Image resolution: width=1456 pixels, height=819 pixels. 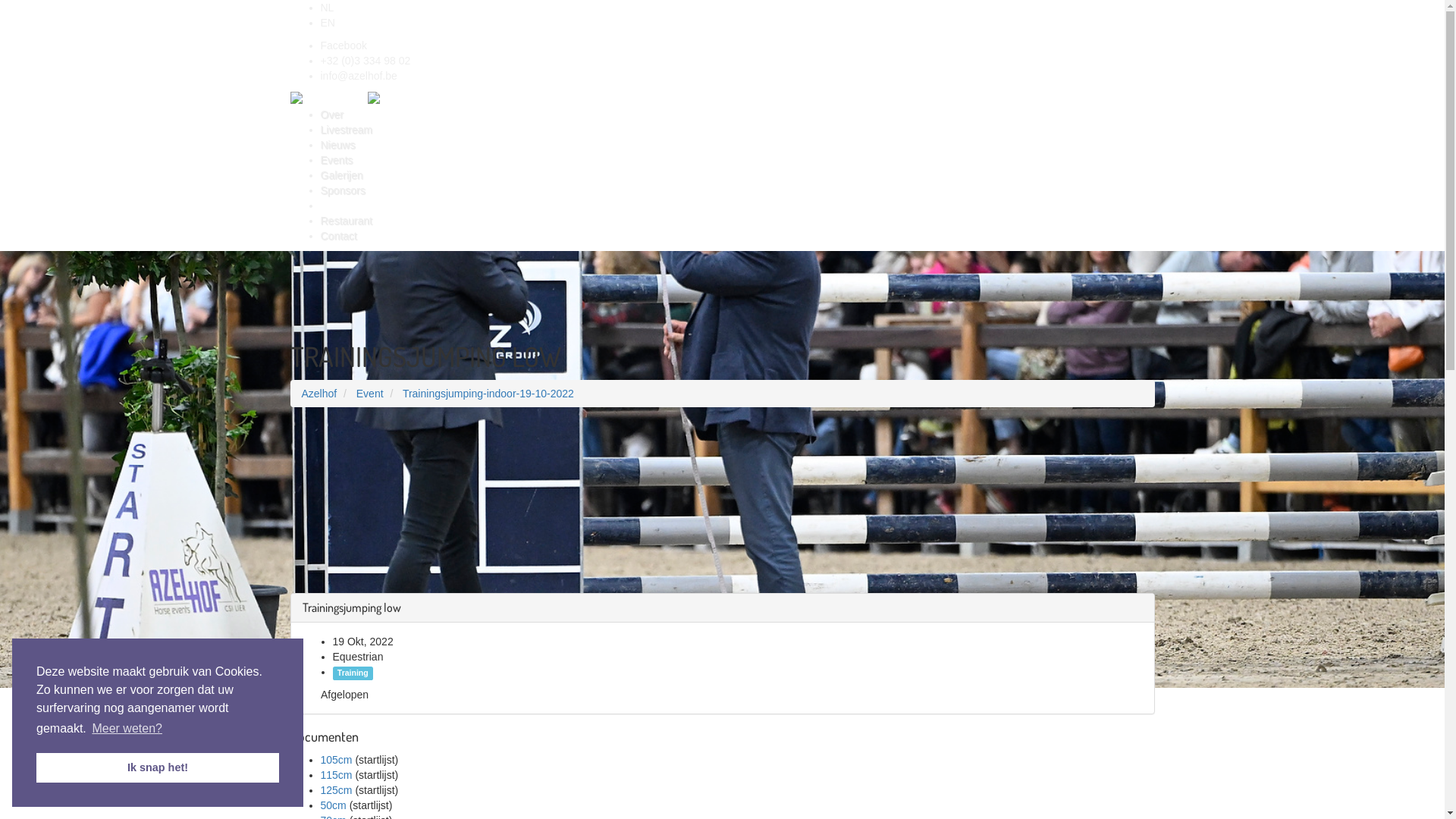 What do you see at coordinates (365, 60) in the screenshot?
I see `'+32 (0)3 334 98 02'` at bounding box center [365, 60].